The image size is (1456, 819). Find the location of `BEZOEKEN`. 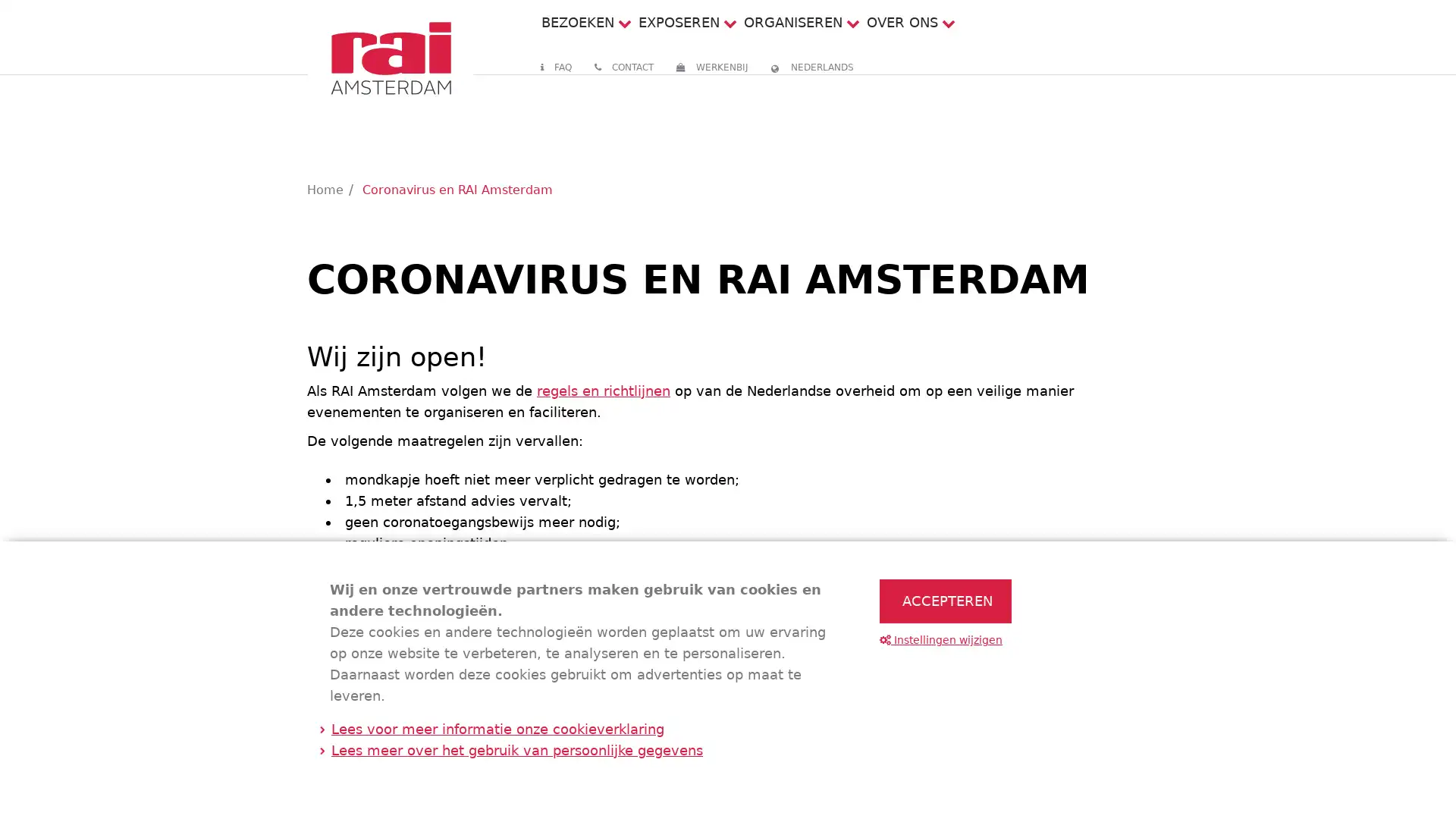

BEZOEKEN is located at coordinates (576, 22).